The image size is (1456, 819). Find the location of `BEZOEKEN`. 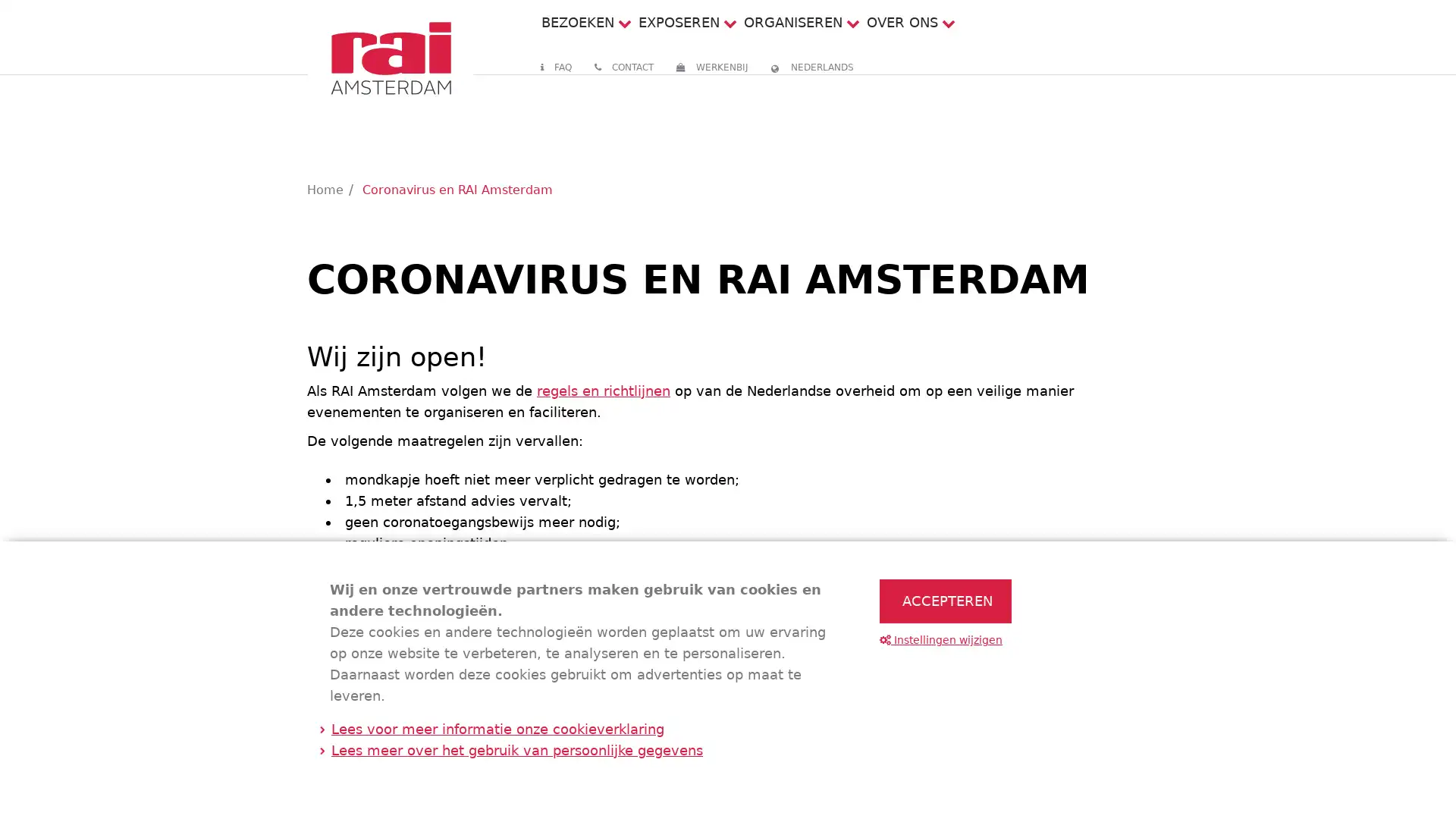

BEZOEKEN is located at coordinates (576, 22).